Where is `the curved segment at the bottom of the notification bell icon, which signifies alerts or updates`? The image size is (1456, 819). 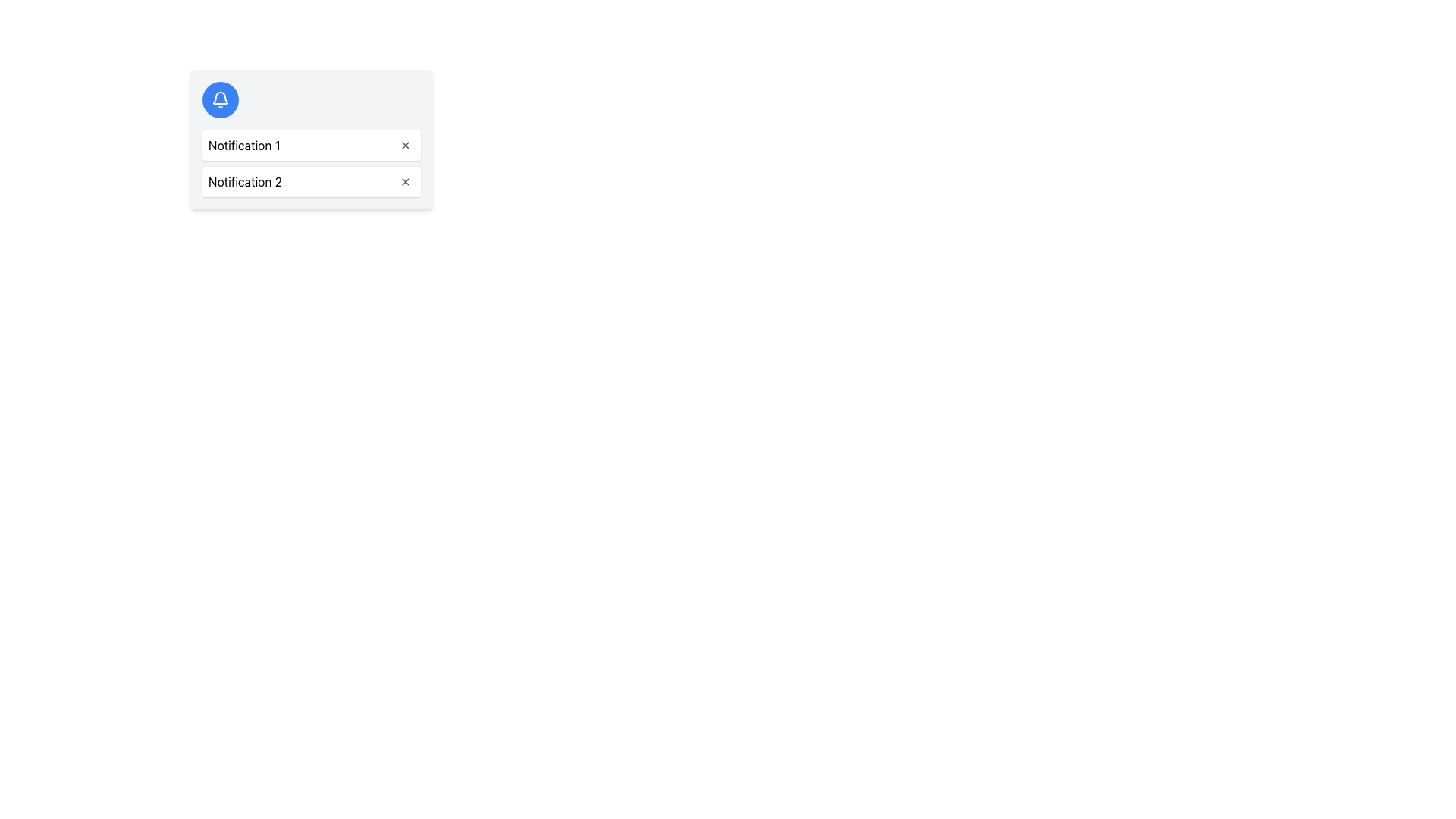 the curved segment at the bottom of the notification bell icon, which signifies alerts or updates is located at coordinates (220, 98).